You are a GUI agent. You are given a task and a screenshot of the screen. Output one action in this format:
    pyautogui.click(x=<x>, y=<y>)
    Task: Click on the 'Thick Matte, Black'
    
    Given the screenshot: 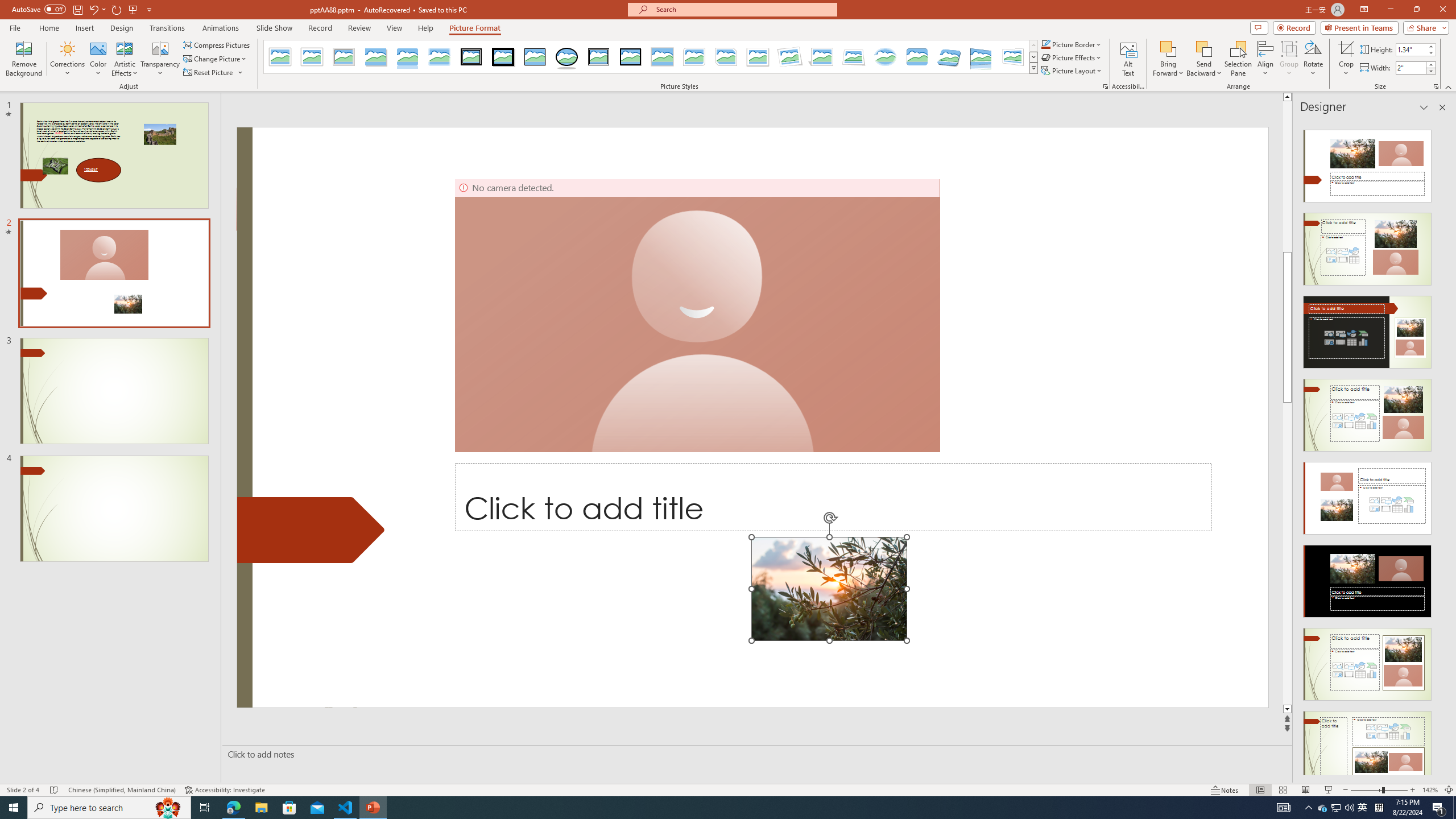 What is the action you would take?
    pyautogui.click(x=503, y=56)
    